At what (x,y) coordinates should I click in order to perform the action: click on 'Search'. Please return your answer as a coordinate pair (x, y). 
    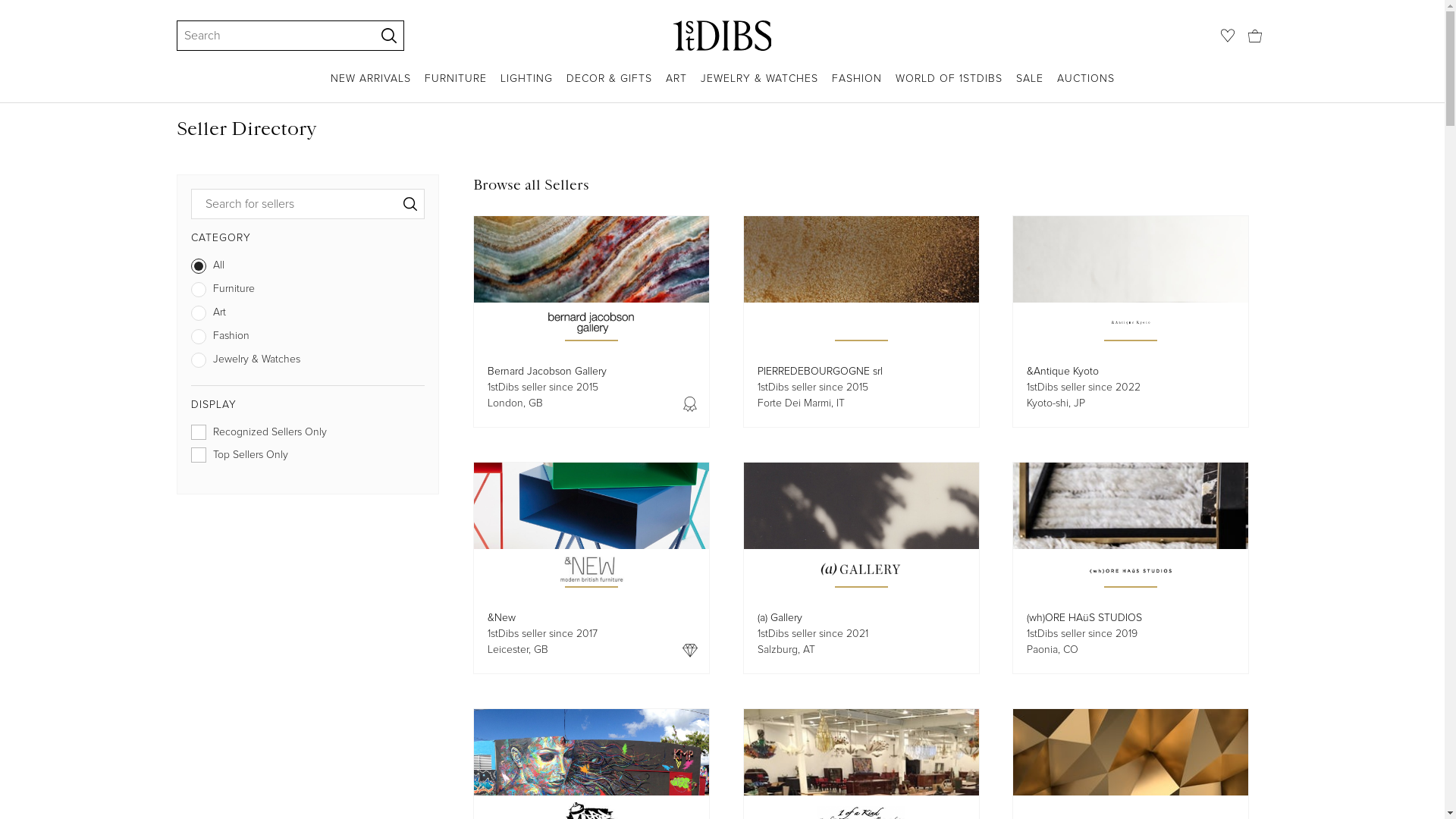
    Looking at the image, I should click on (182, 34).